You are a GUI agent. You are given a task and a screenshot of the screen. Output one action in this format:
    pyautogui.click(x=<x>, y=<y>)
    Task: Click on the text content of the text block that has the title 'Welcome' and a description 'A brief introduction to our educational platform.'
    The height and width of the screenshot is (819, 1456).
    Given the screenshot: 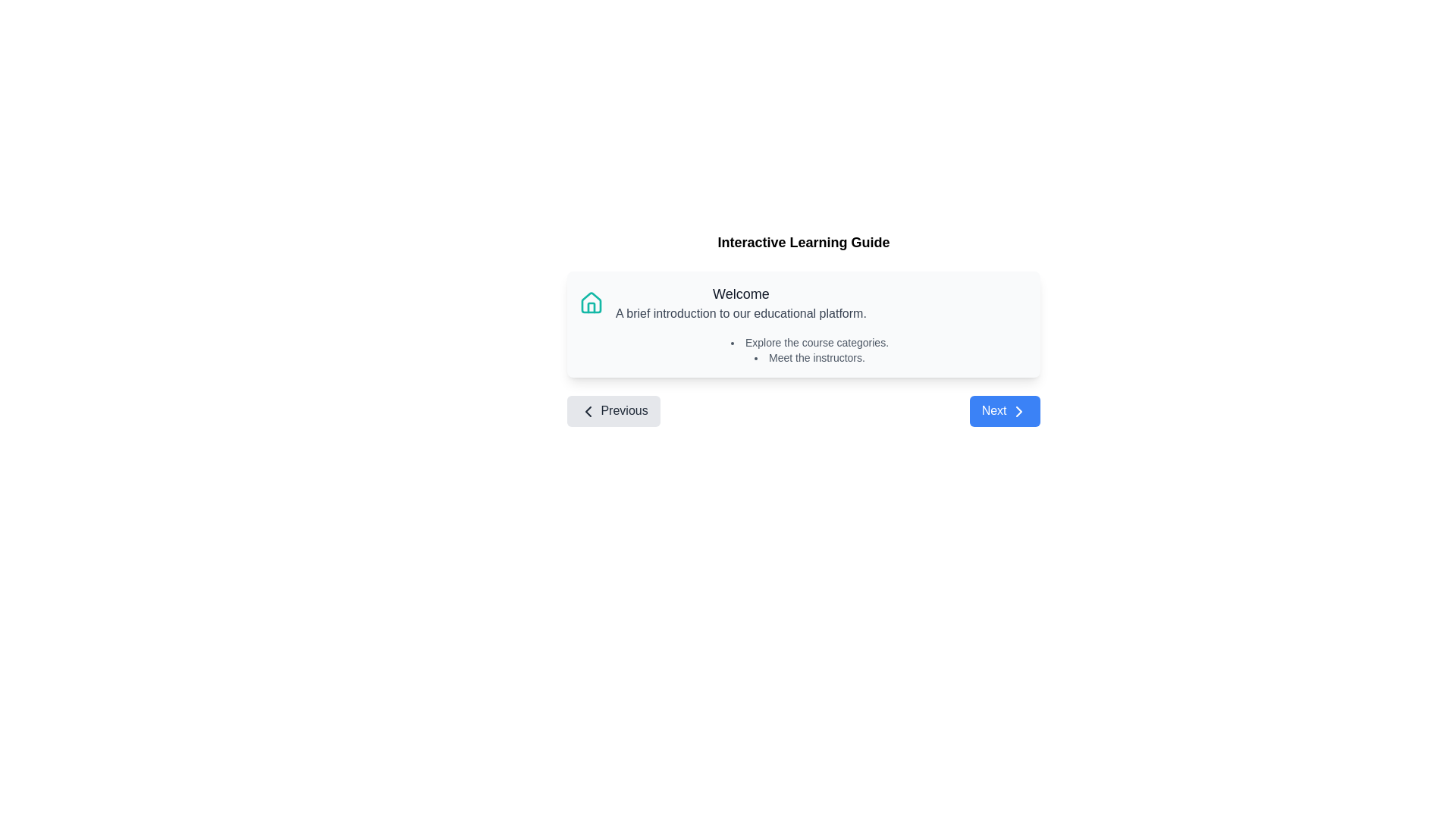 What is the action you would take?
    pyautogui.click(x=741, y=303)
    